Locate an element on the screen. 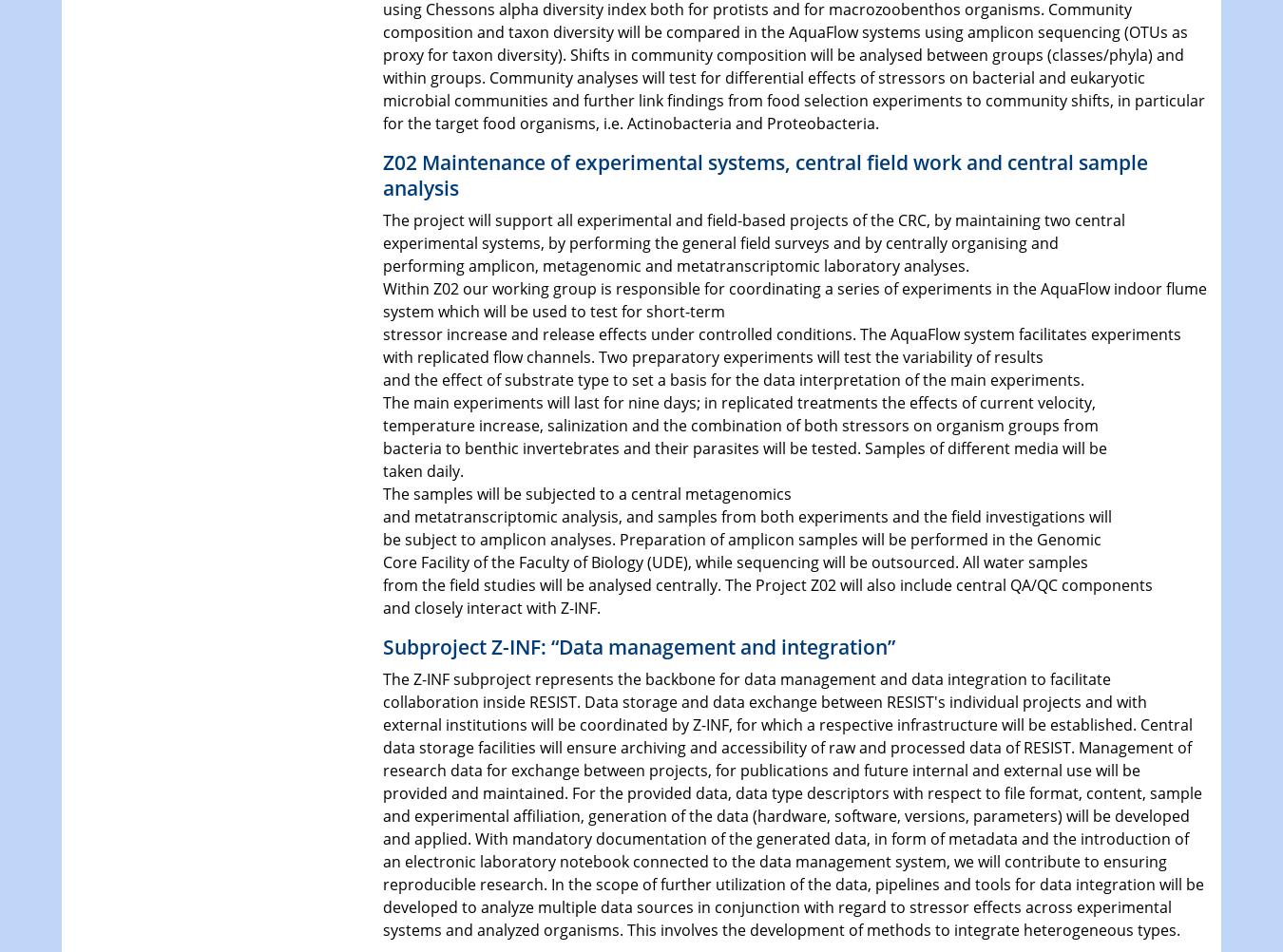 The width and height of the screenshot is (1283, 952). 'be subject to amplicon analyses. Preparation of amplicon samples will be performed in the Genomic' is located at coordinates (740, 539).